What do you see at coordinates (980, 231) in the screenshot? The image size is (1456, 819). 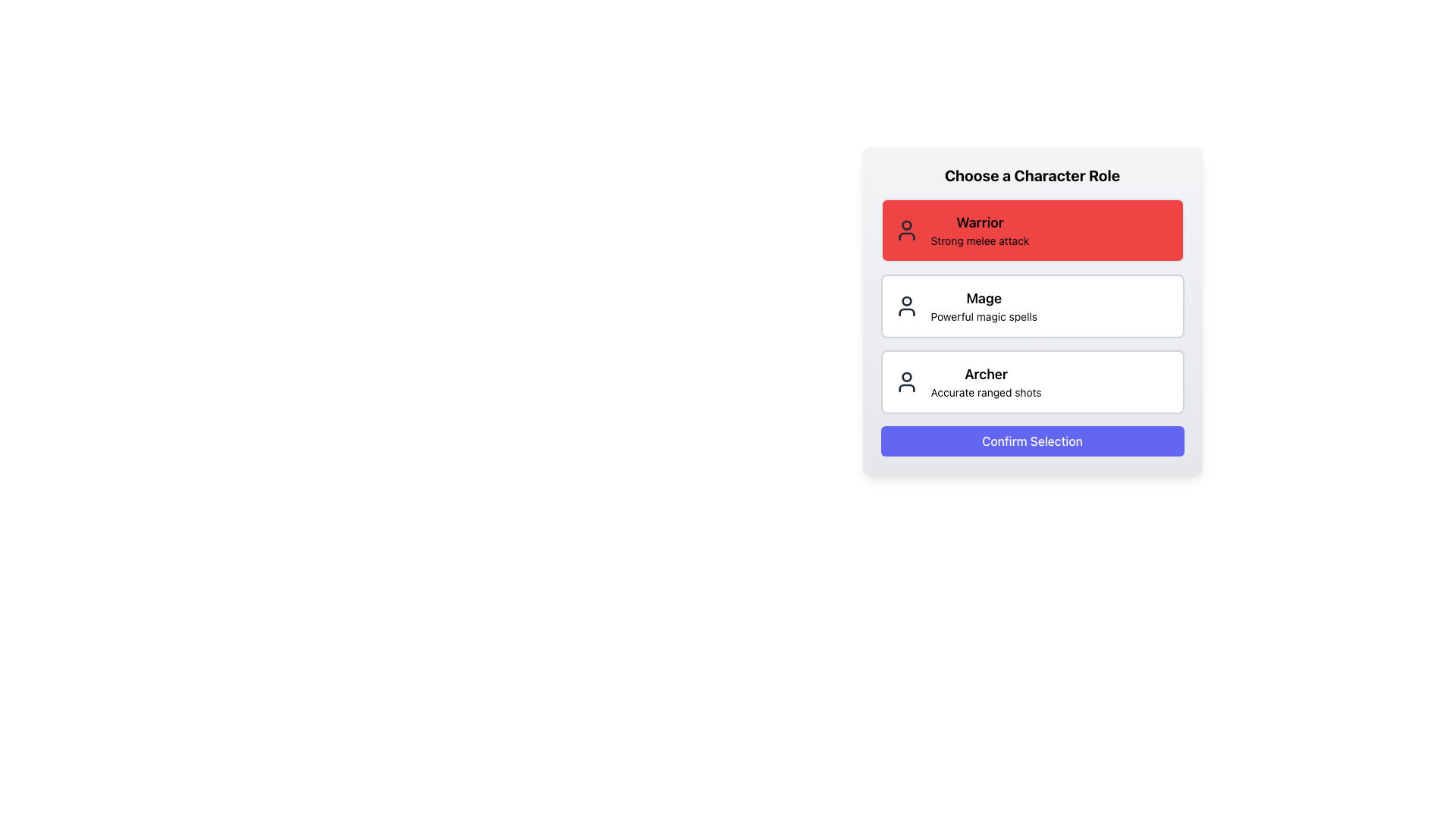 I see `the option item with bold text 'Warrior' and description 'Strong melee attack' in a red rectangular background` at bounding box center [980, 231].